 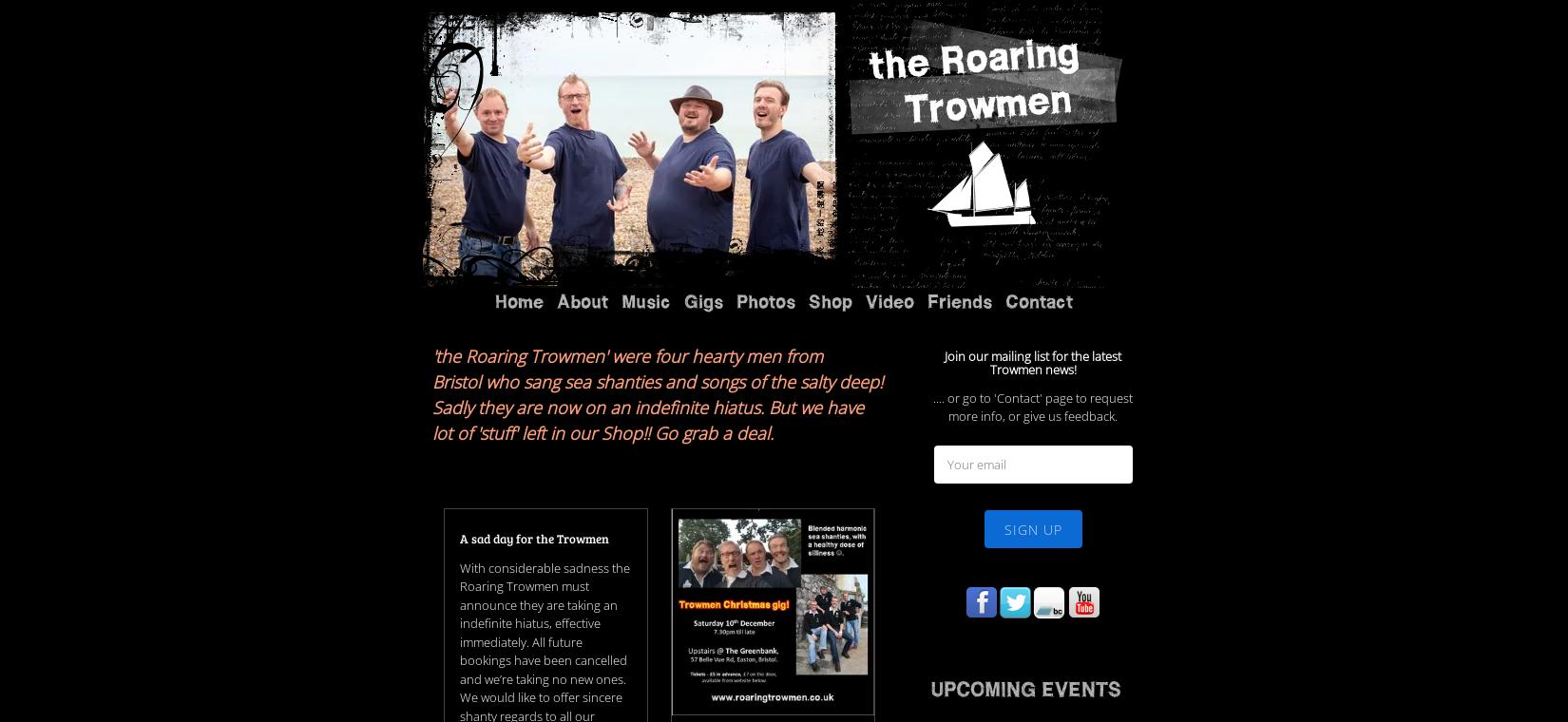 What do you see at coordinates (543, 414) in the screenshot?
I see `'With considerable sadness the Roaring Trowmen must announce they are taking an indefinite hiatus, effective immediately. All future bookings have been cancelled and we’re taking no new ones. We would like to offer sincere shanty regards to all our national…'` at bounding box center [543, 414].